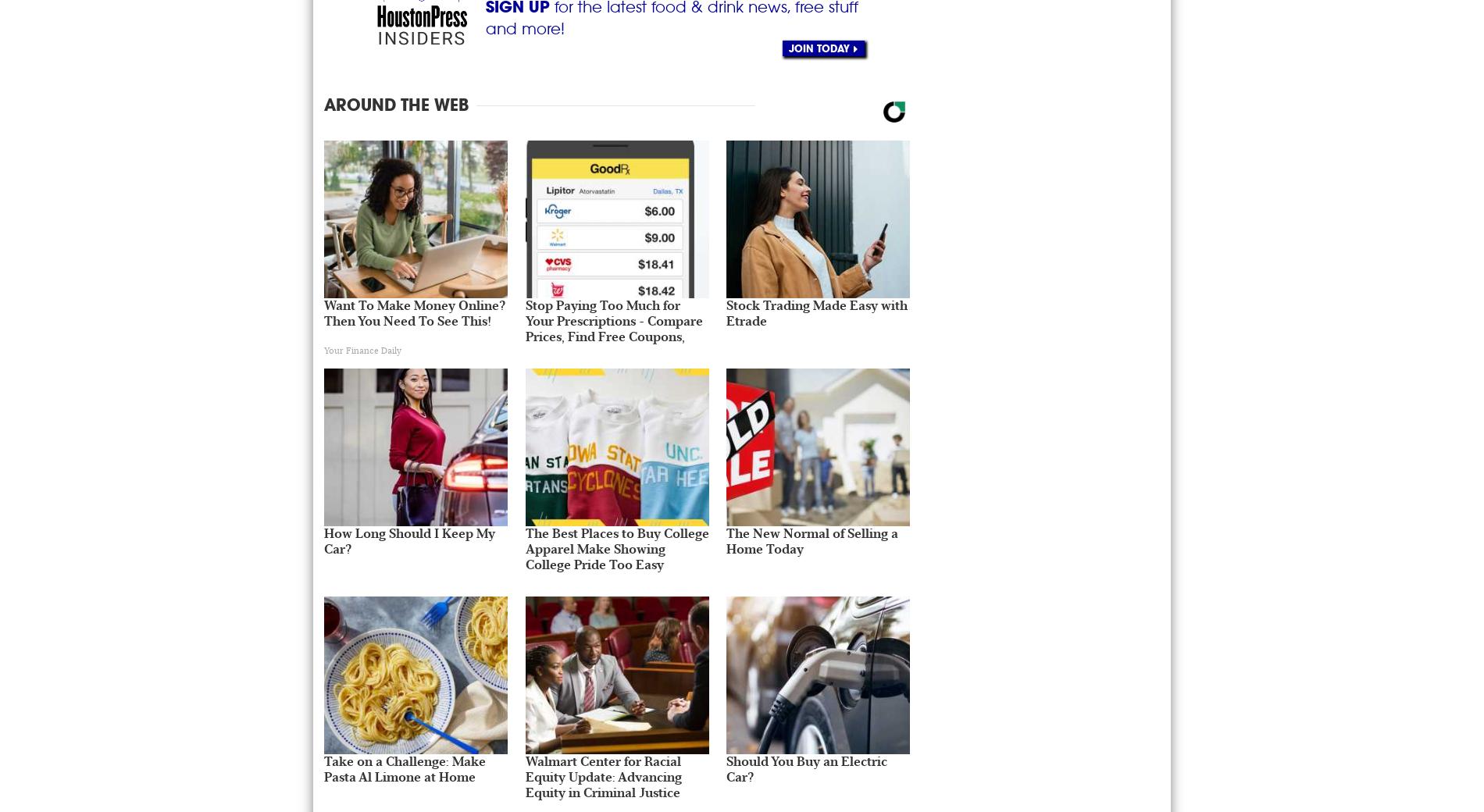 The height and width of the screenshot is (812, 1484). What do you see at coordinates (789, 47) in the screenshot?
I see `'Join Today'` at bounding box center [789, 47].